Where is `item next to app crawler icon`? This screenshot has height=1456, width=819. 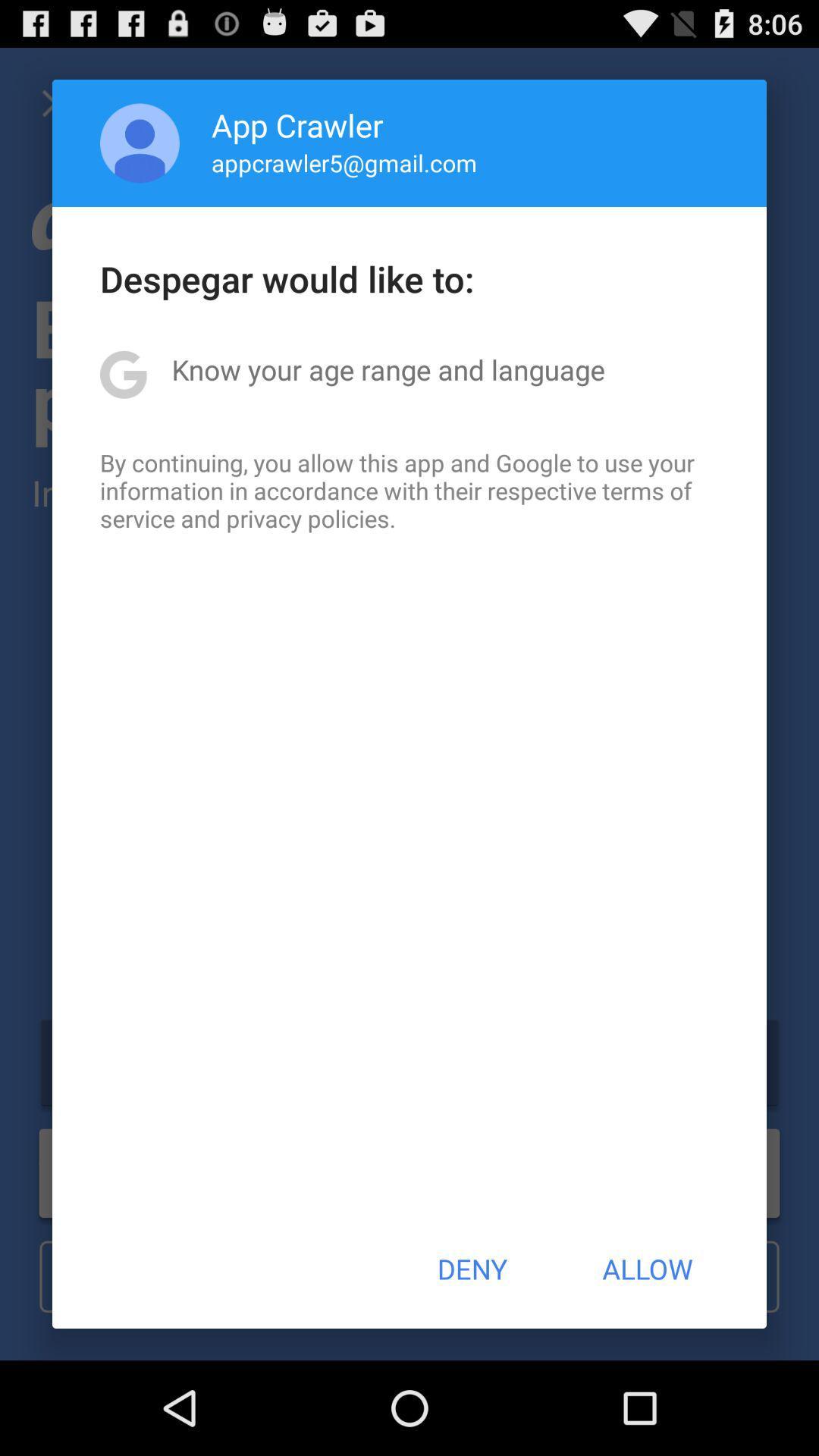
item next to app crawler icon is located at coordinates (140, 143).